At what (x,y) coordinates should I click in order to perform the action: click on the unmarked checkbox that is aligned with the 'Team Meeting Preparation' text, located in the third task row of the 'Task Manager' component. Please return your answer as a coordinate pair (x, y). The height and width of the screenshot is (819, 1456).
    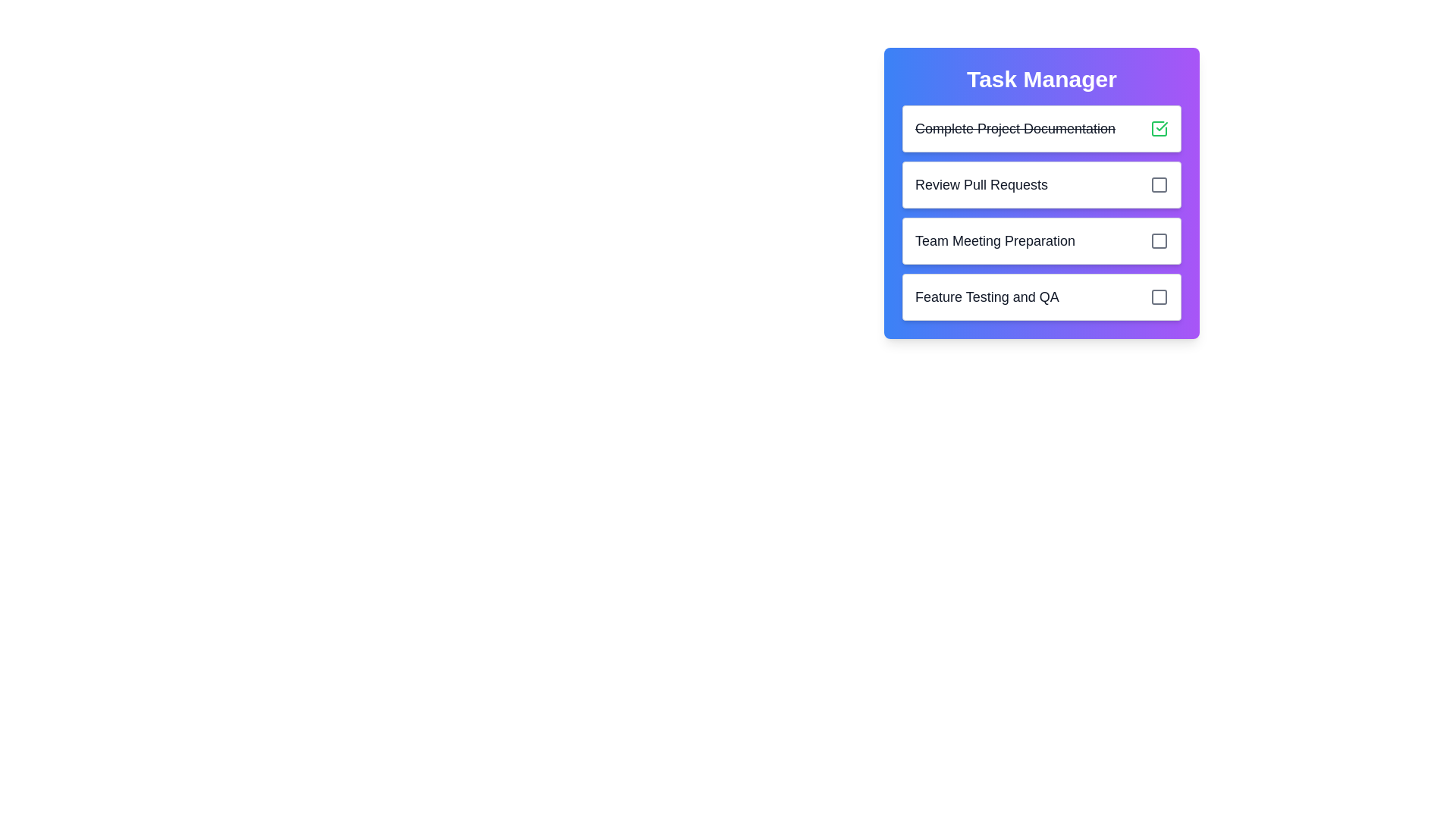
    Looking at the image, I should click on (1159, 240).